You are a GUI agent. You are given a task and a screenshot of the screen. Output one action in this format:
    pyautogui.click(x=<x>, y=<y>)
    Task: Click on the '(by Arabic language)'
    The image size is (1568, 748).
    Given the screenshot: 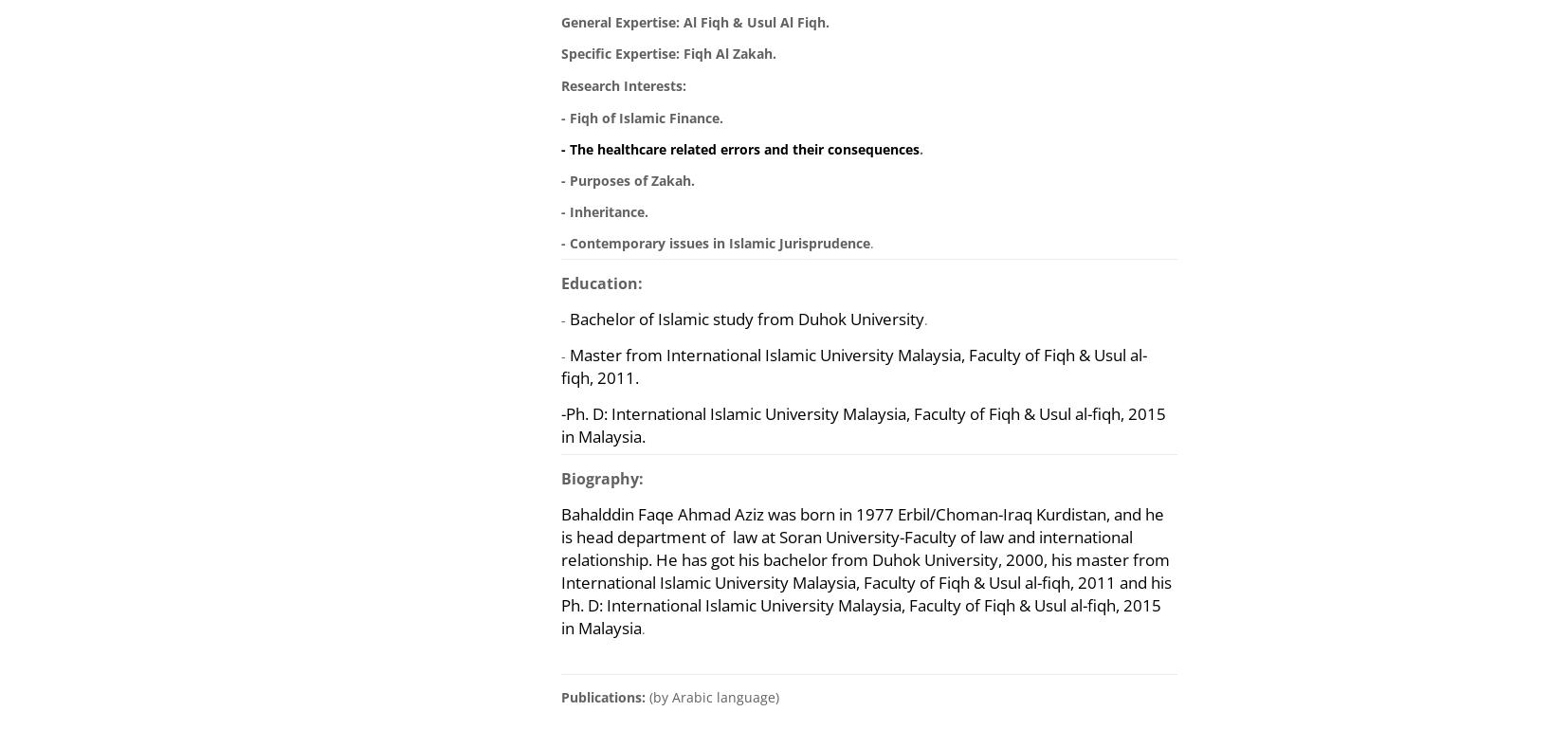 What is the action you would take?
    pyautogui.click(x=714, y=697)
    